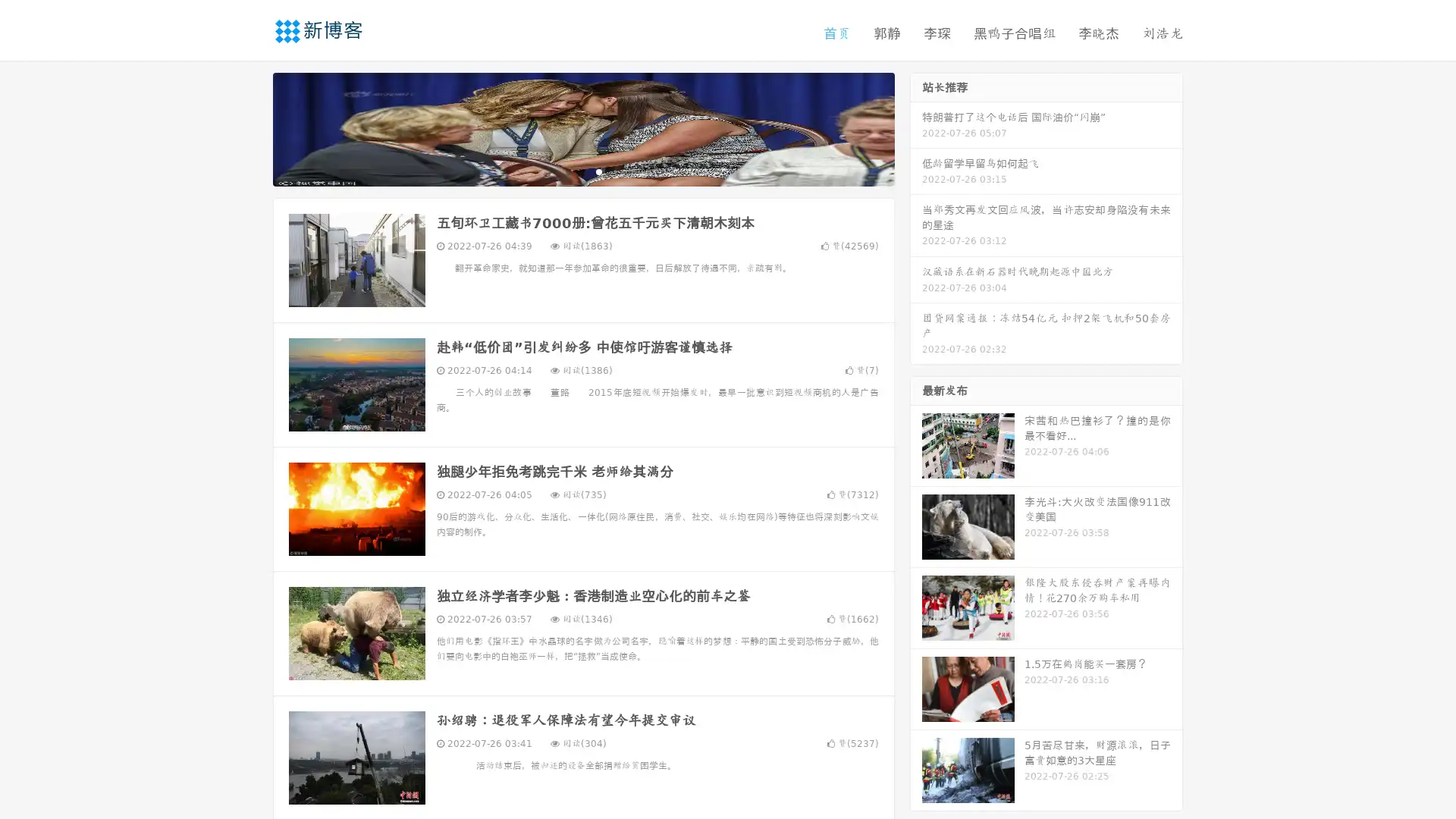  Describe the element at coordinates (582, 171) in the screenshot. I see `Go to slide 2` at that location.